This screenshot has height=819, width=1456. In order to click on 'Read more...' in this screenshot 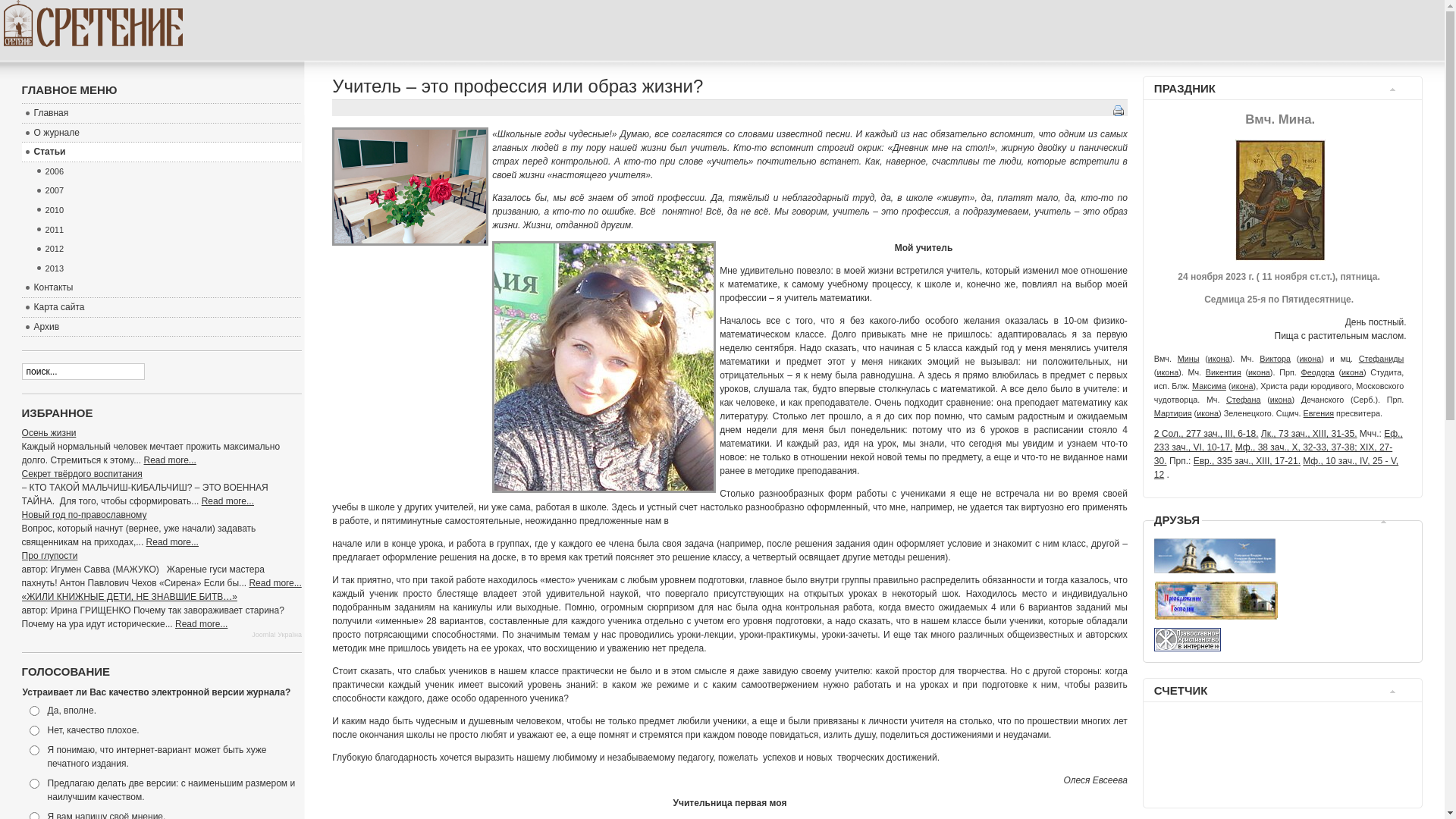, I will do `click(144, 459)`.